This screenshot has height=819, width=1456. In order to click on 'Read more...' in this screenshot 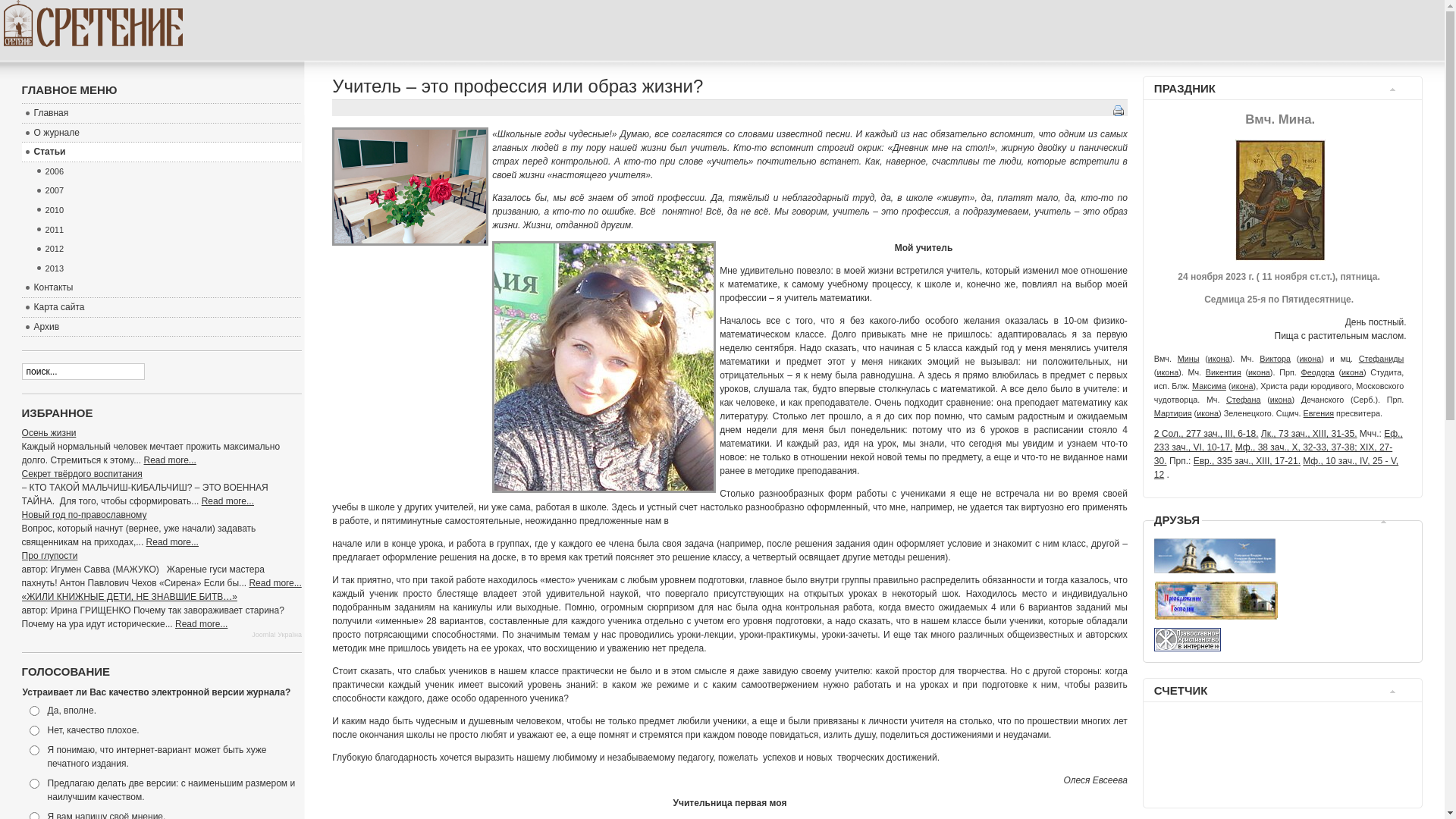, I will do `click(144, 459)`.